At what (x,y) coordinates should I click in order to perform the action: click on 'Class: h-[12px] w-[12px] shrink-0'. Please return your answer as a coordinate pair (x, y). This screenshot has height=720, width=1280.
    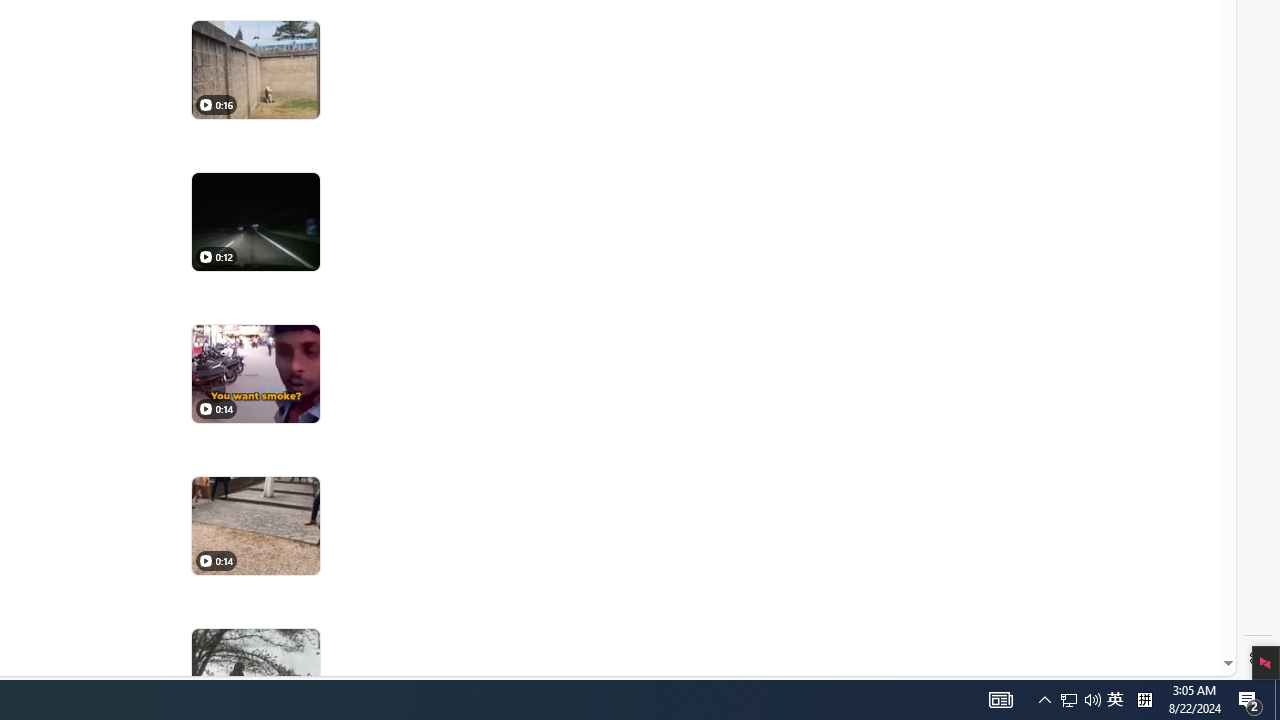
    Looking at the image, I should click on (205, 561).